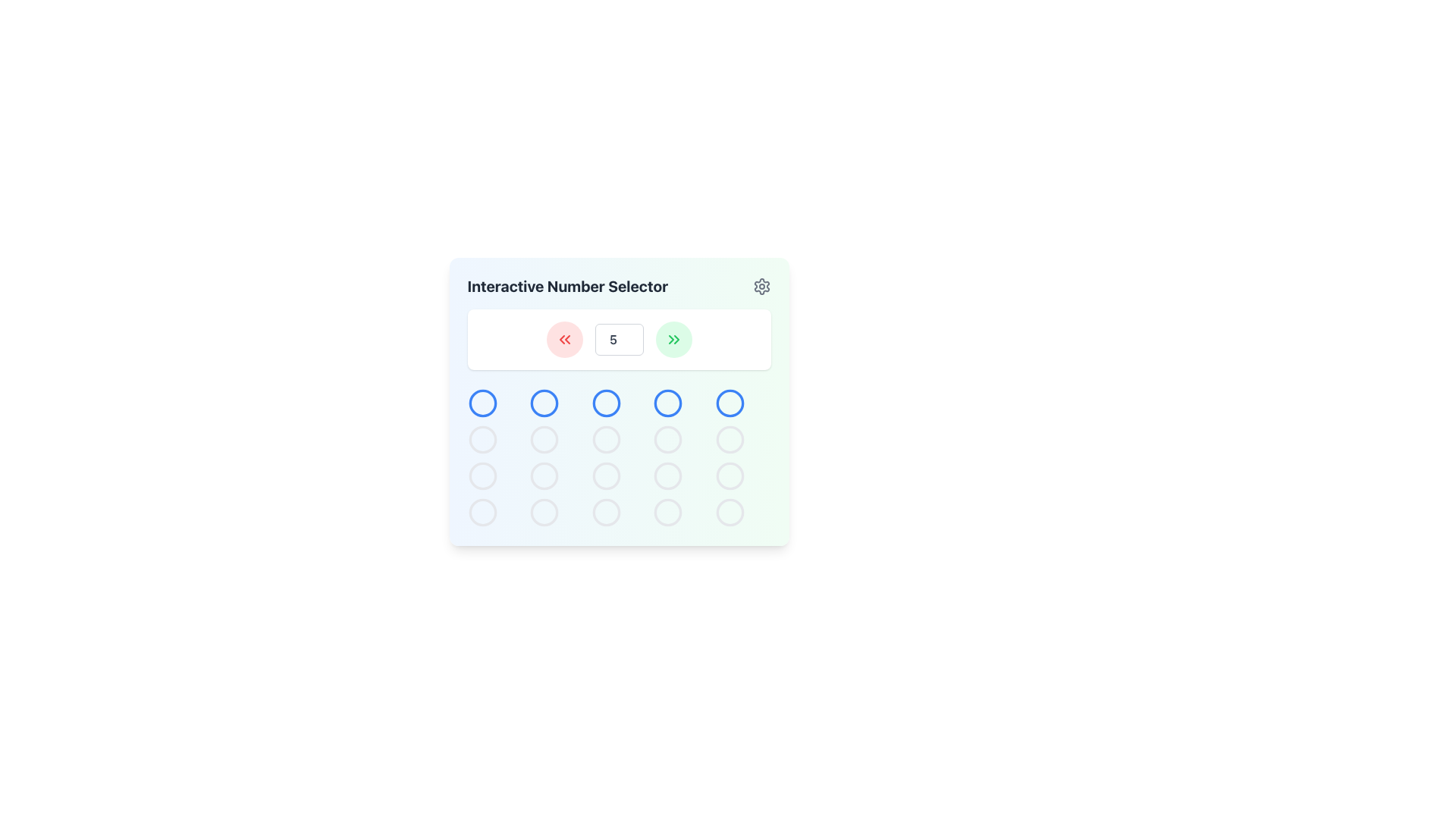 The image size is (1456, 819). What do you see at coordinates (605, 512) in the screenshot?
I see `the Circular indicator located in the third row and third column of the grid below the 'Interactive Number Selector'` at bounding box center [605, 512].